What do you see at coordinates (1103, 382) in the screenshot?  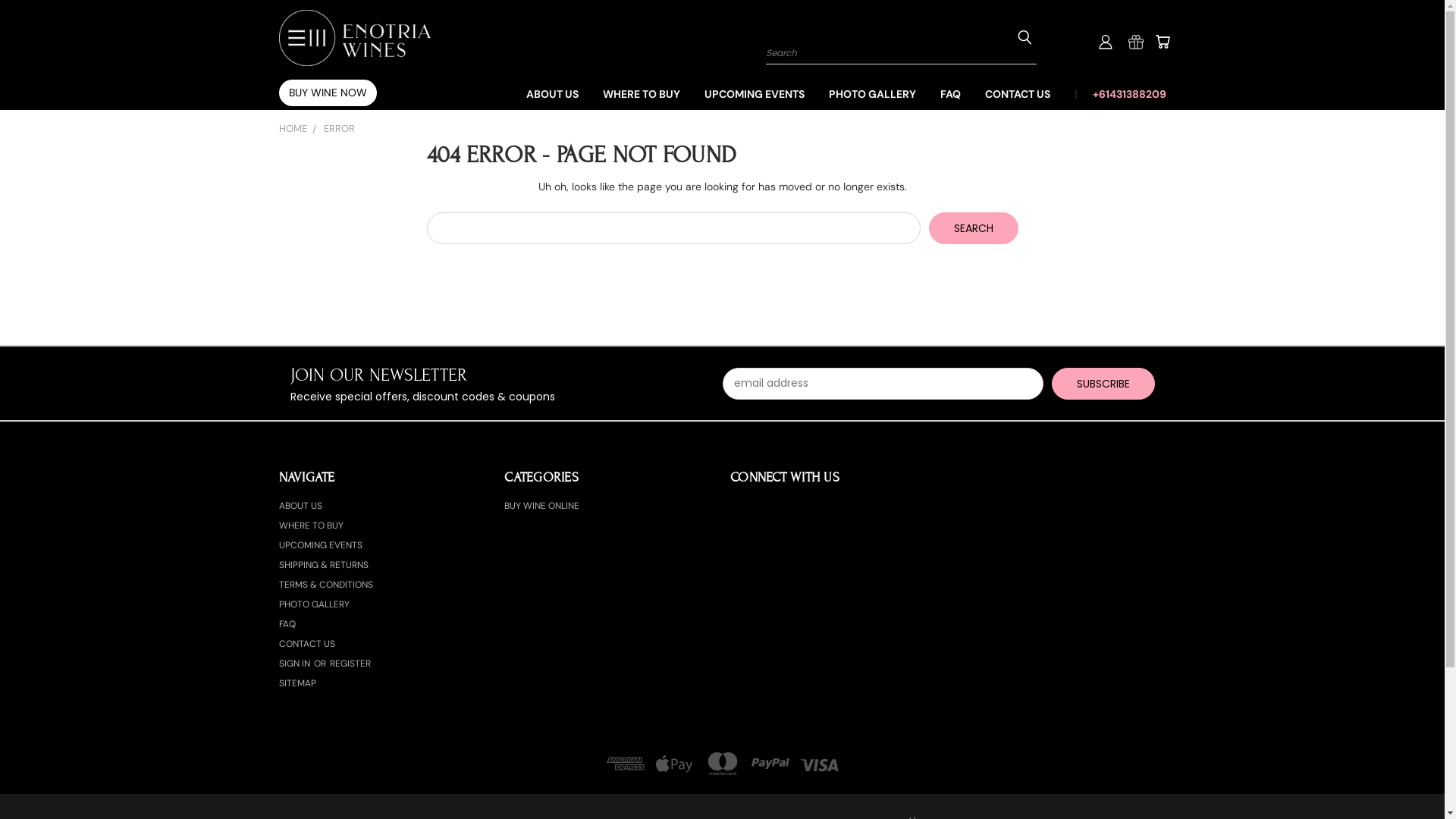 I see `'Subscribe'` at bounding box center [1103, 382].